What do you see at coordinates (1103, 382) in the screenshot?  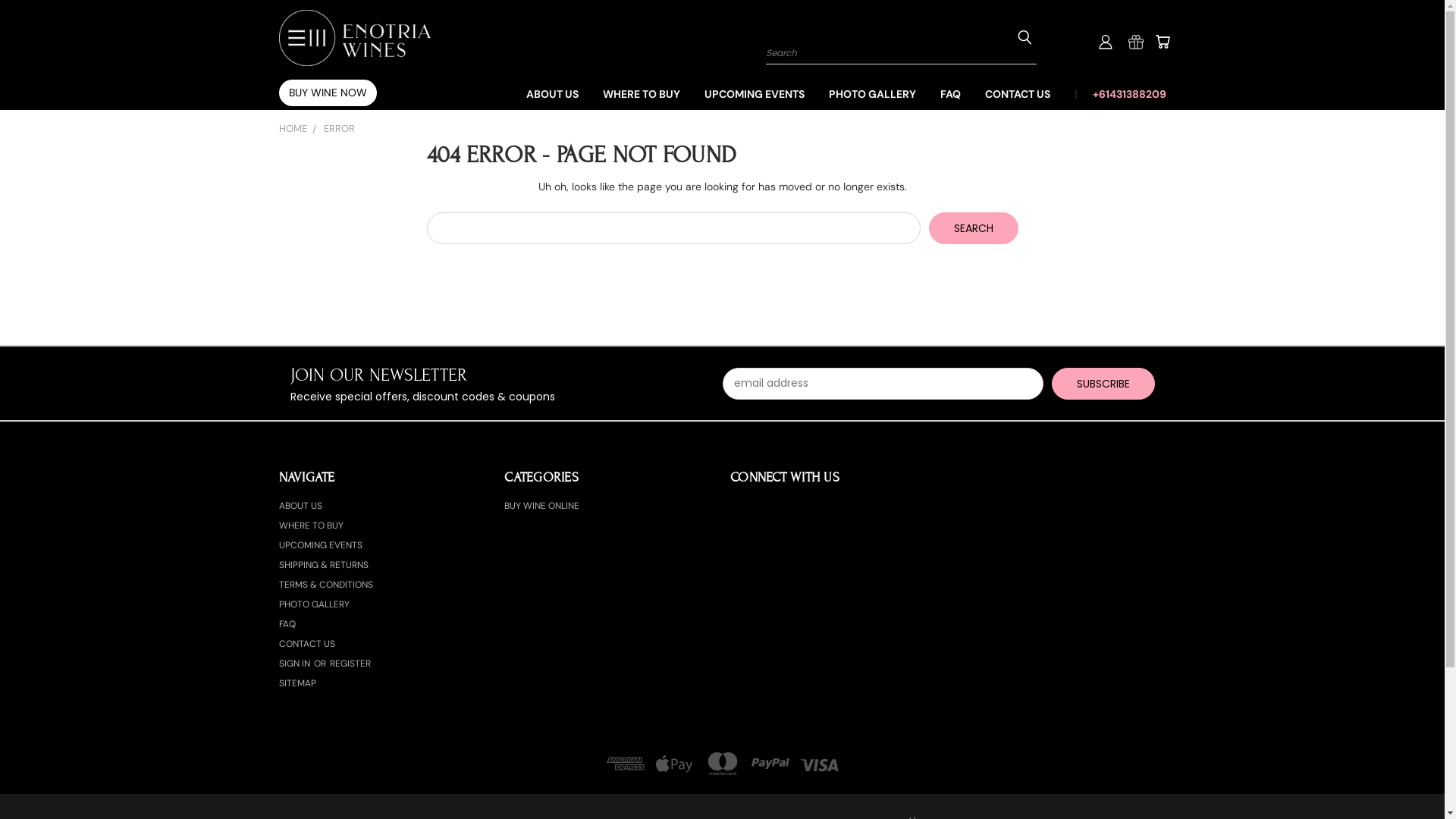 I see `'Subscribe'` at bounding box center [1103, 382].